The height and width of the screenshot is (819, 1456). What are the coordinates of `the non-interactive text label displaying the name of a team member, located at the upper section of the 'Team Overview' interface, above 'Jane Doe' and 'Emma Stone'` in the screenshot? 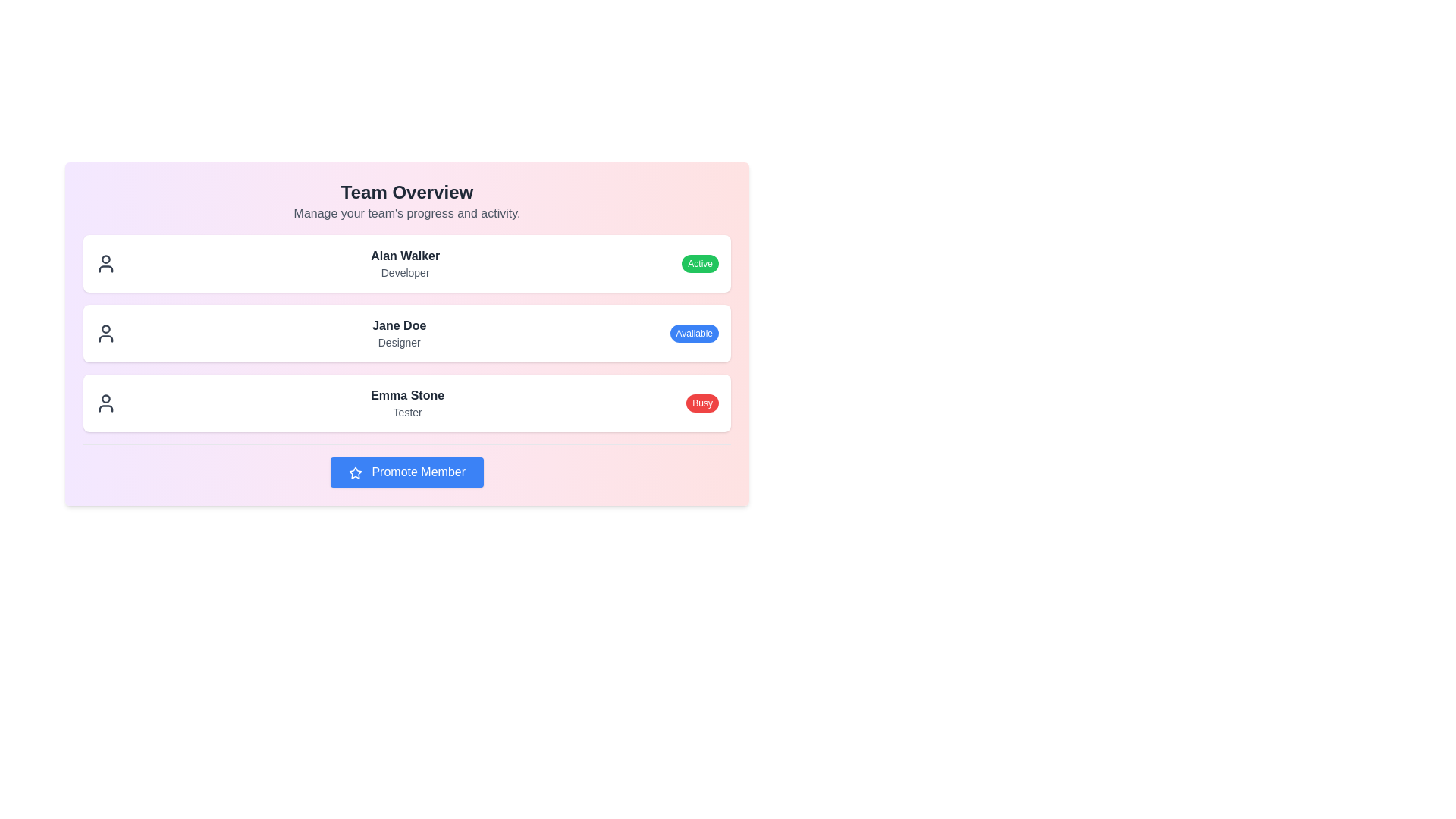 It's located at (405, 256).